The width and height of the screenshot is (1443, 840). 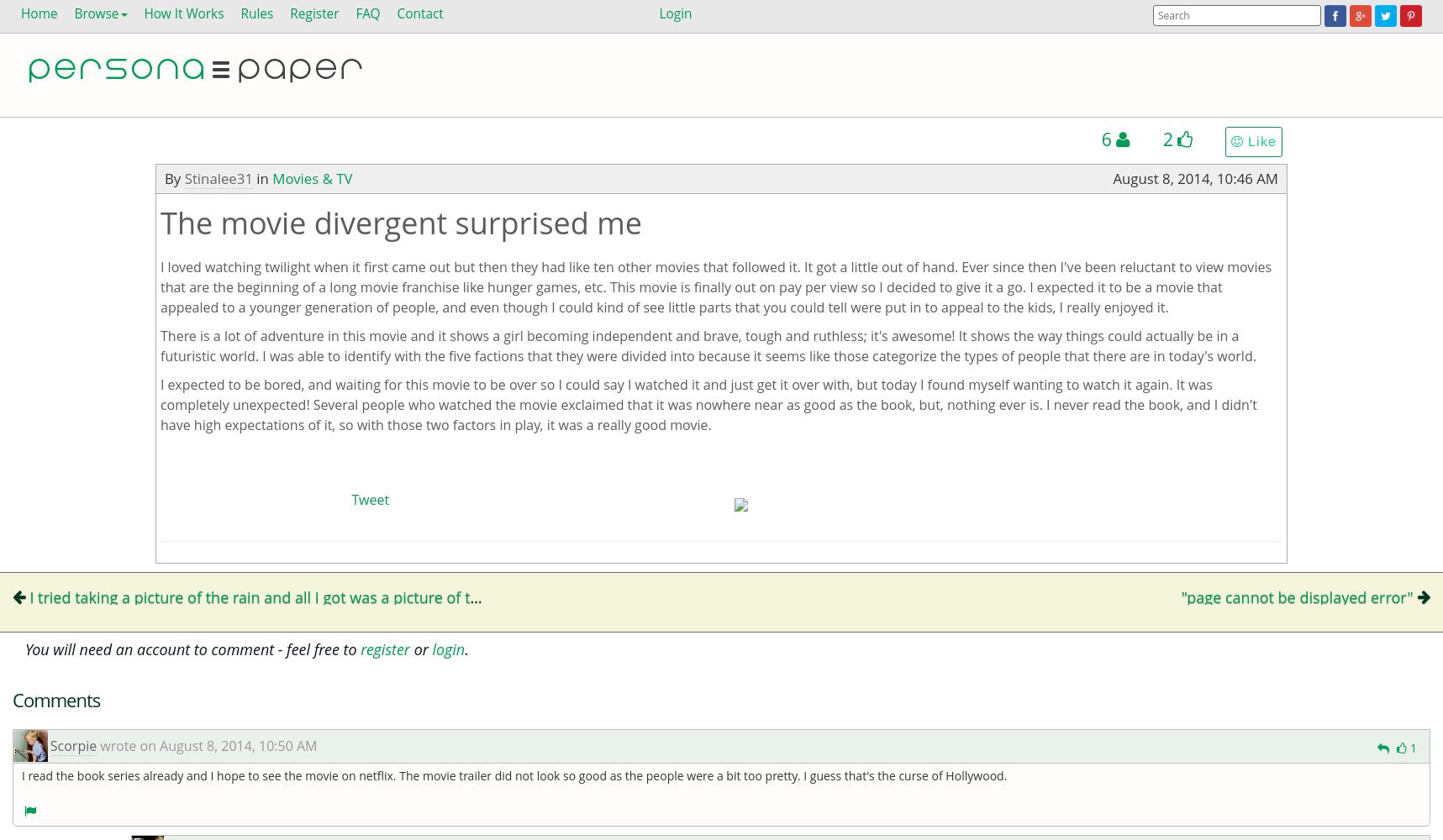 What do you see at coordinates (312, 177) in the screenshot?
I see `'Movies & TV'` at bounding box center [312, 177].